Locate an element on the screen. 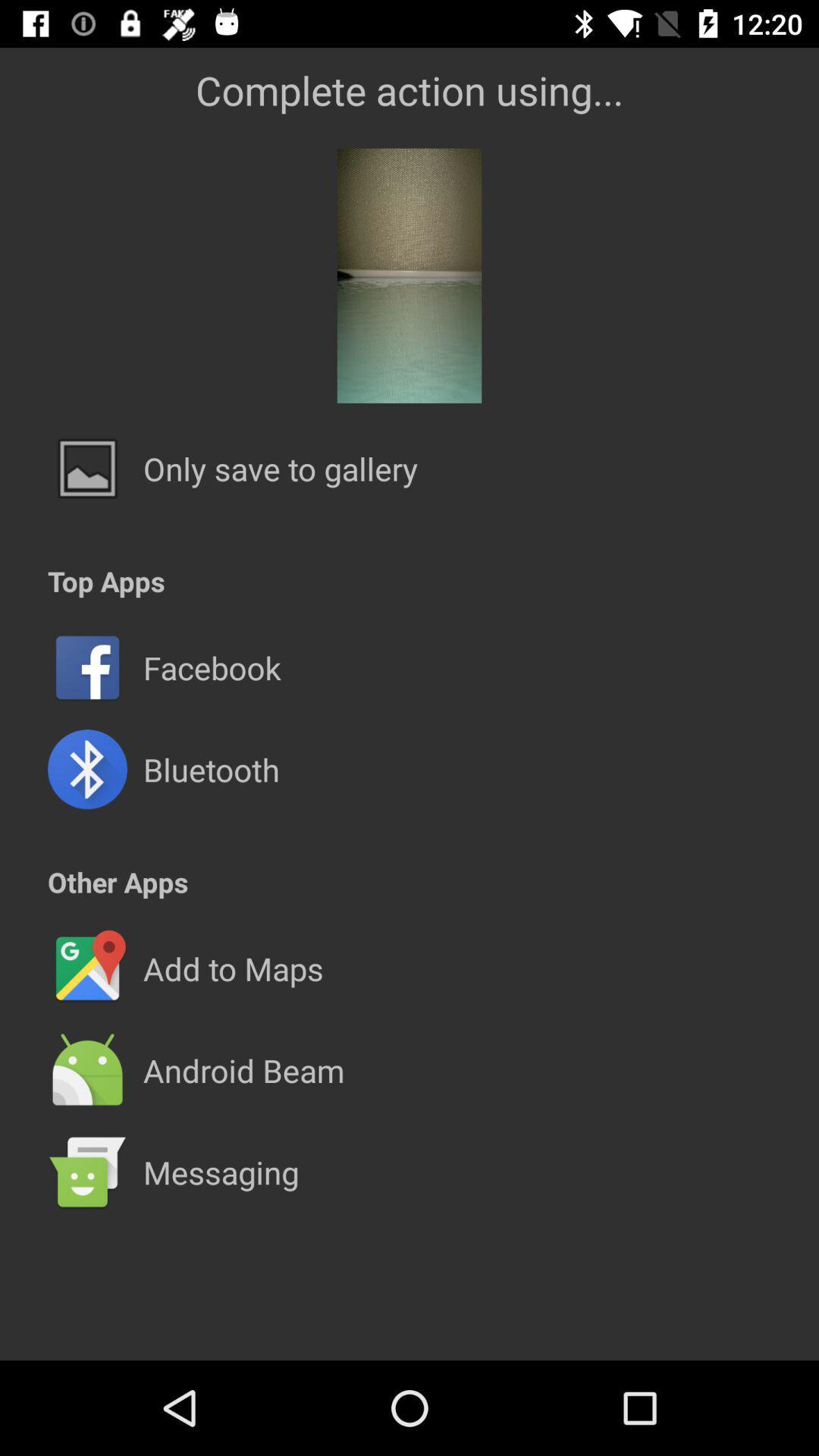 The width and height of the screenshot is (819, 1456). icon below the top apps is located at coordinates (409, 617).